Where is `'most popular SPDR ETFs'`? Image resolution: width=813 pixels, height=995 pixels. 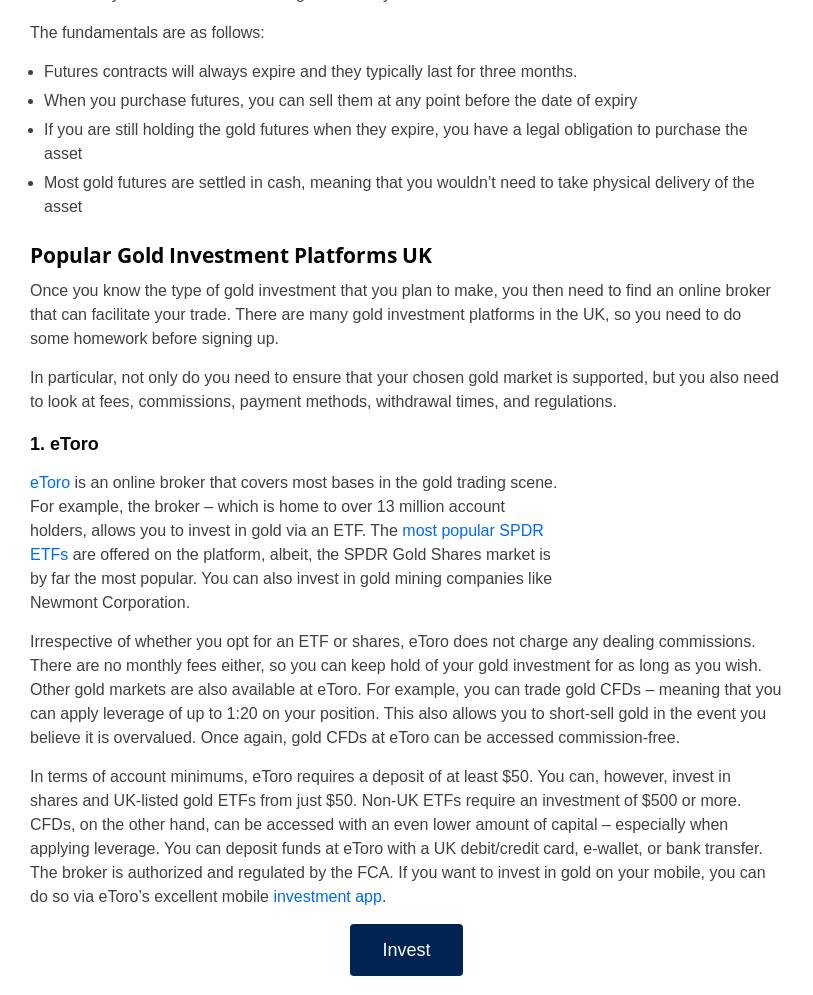 'most popular SPDR ETFs' is located at coordinates (285, 542).